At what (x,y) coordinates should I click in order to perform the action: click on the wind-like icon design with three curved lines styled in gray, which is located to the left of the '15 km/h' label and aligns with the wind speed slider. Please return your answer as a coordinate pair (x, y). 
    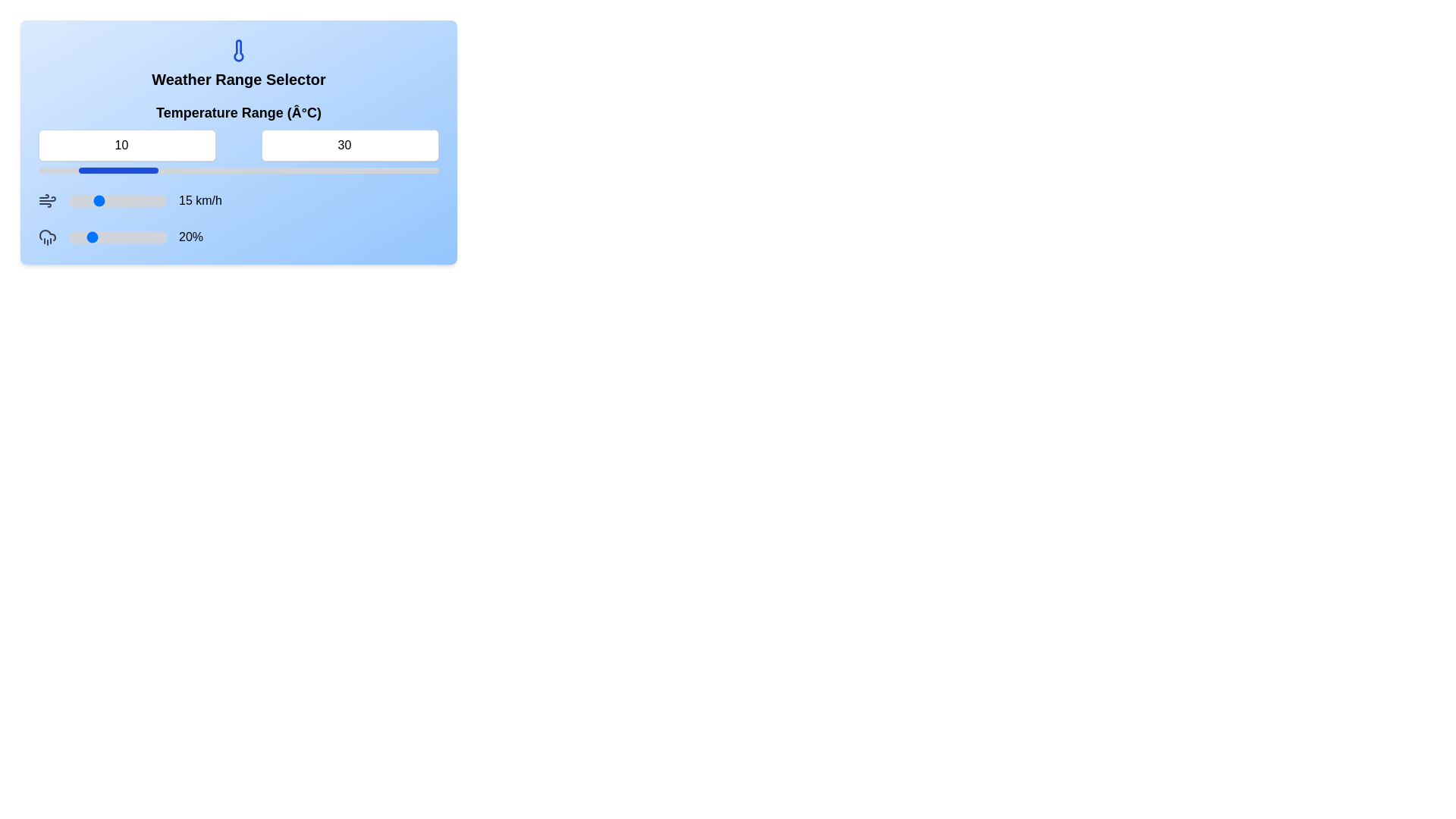
    Looking at the image, I should click on (47, 200).